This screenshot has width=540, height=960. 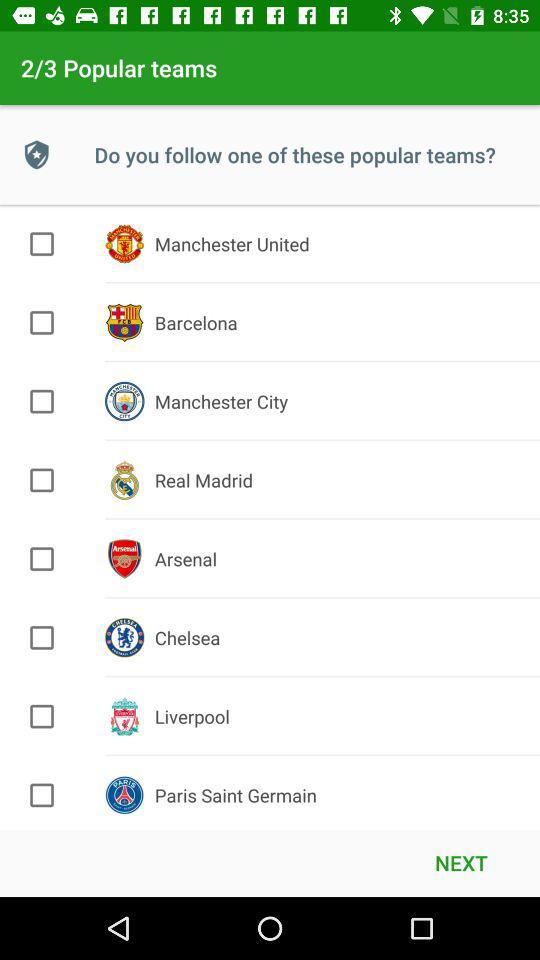 I want to click on second check box from bottom, so click(x=42, y=717).